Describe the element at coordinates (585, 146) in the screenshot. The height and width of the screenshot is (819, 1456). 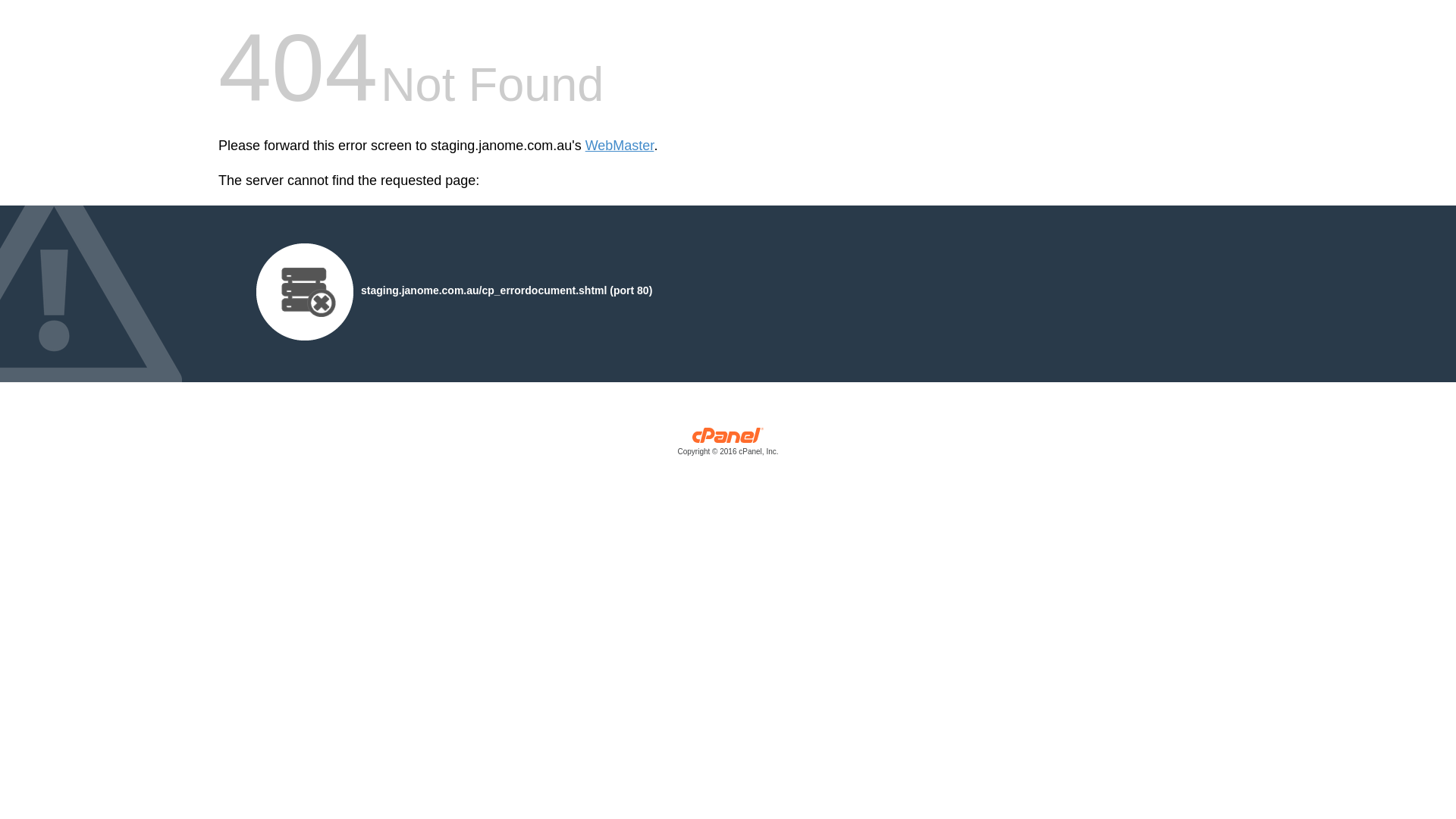
I see `'WebMaster'` at that location.